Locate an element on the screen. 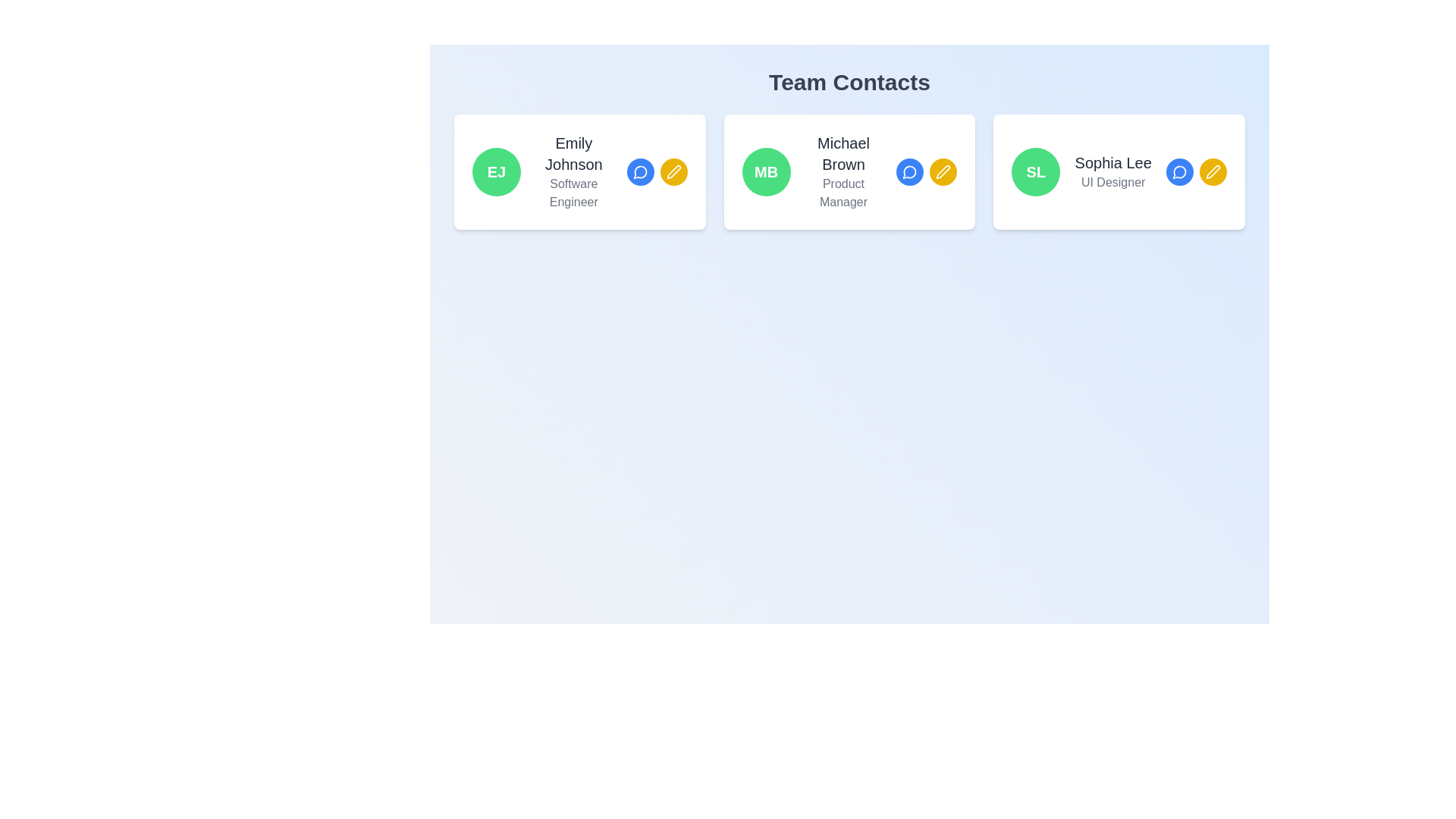  the pen icon button, which is styled in bright yellow with white outlines, located on the bottom right side of the information card for 'Sophia Lee' is located at coordinates (1212, 171).